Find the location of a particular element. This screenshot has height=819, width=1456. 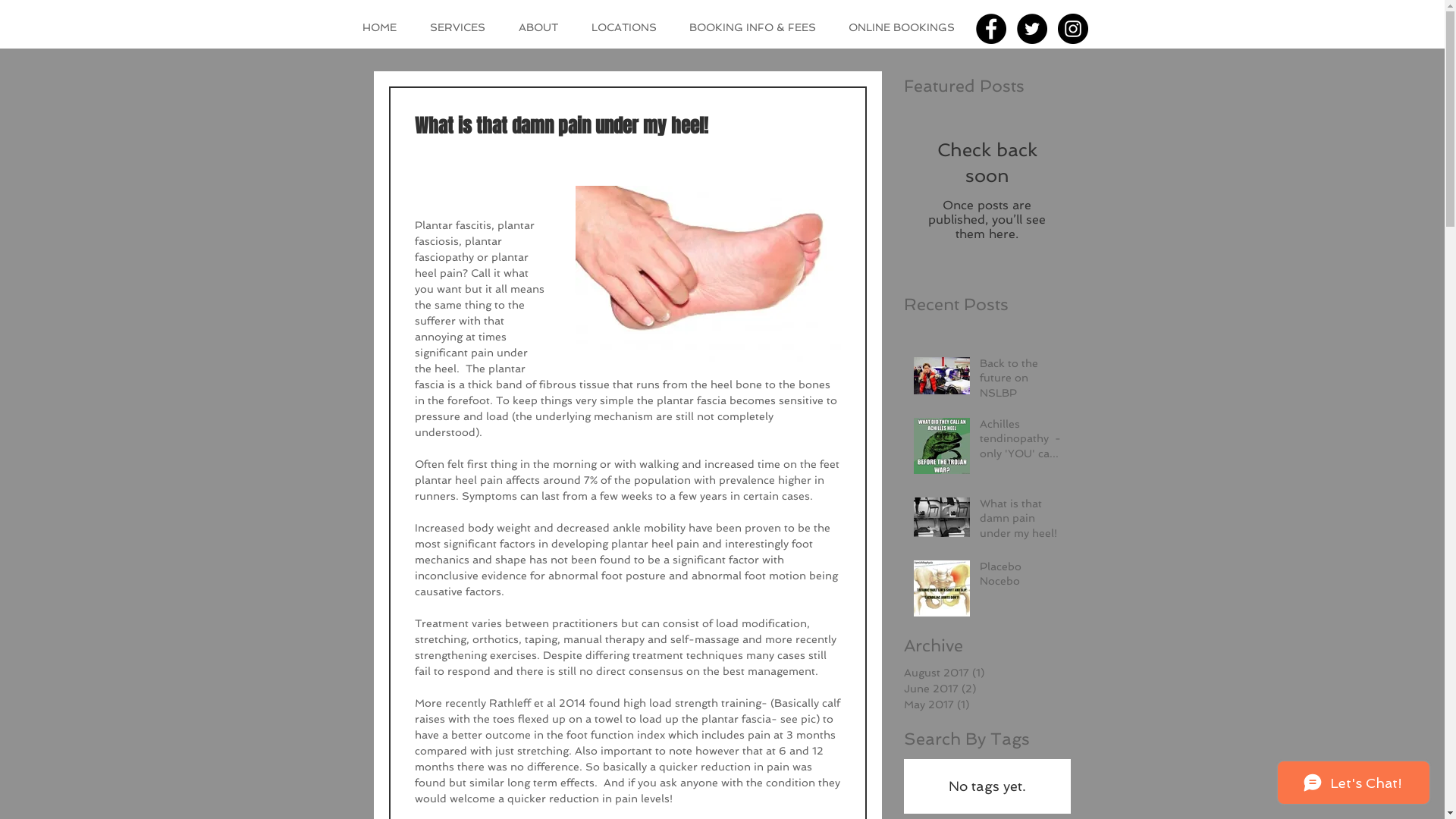

'August 2017 (1)' is located at coordinates (983, 672).